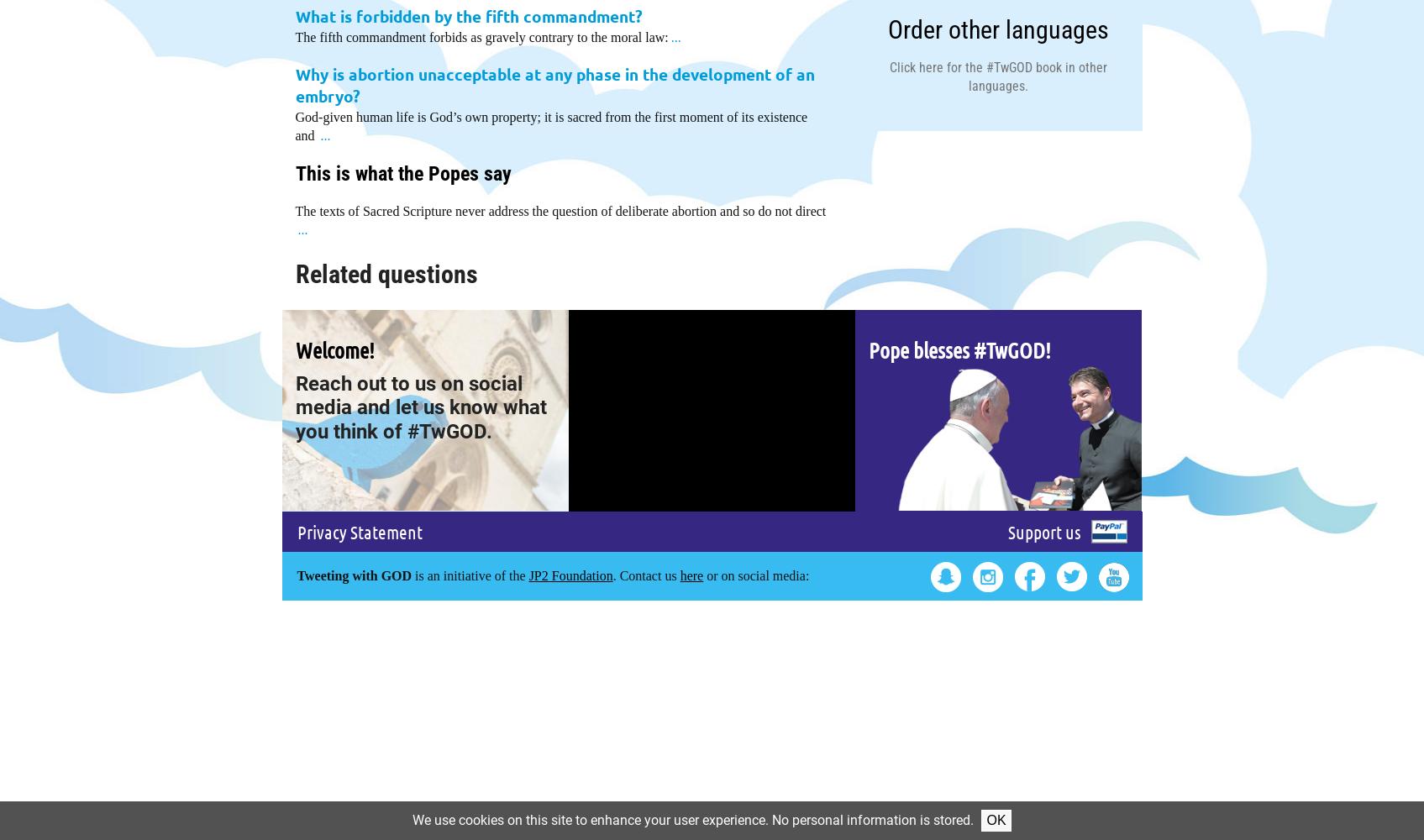 The image size is (1424, 840). What do you see at coordinates (294, 36) in the screenshot?
I see `'The fifth commandment forbids as gravely contrary to the moral law:'` at bounding box center [294, 36].